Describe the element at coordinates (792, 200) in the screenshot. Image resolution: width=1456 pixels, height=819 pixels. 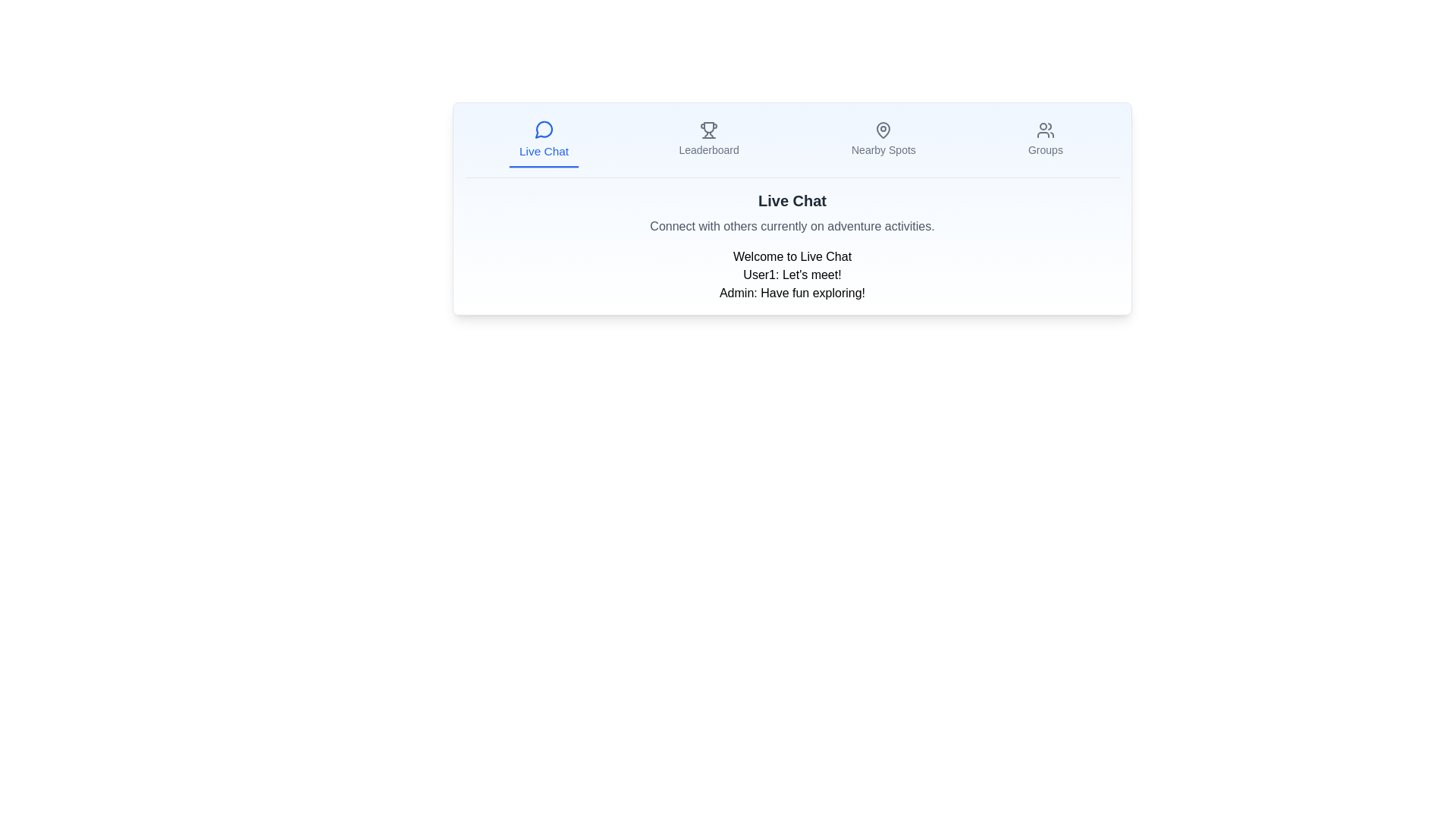
I see `the Header Text that serves as the section title for the live chat interface, which is centrally aligned at the top of the content area below the navigation bar` at that location.